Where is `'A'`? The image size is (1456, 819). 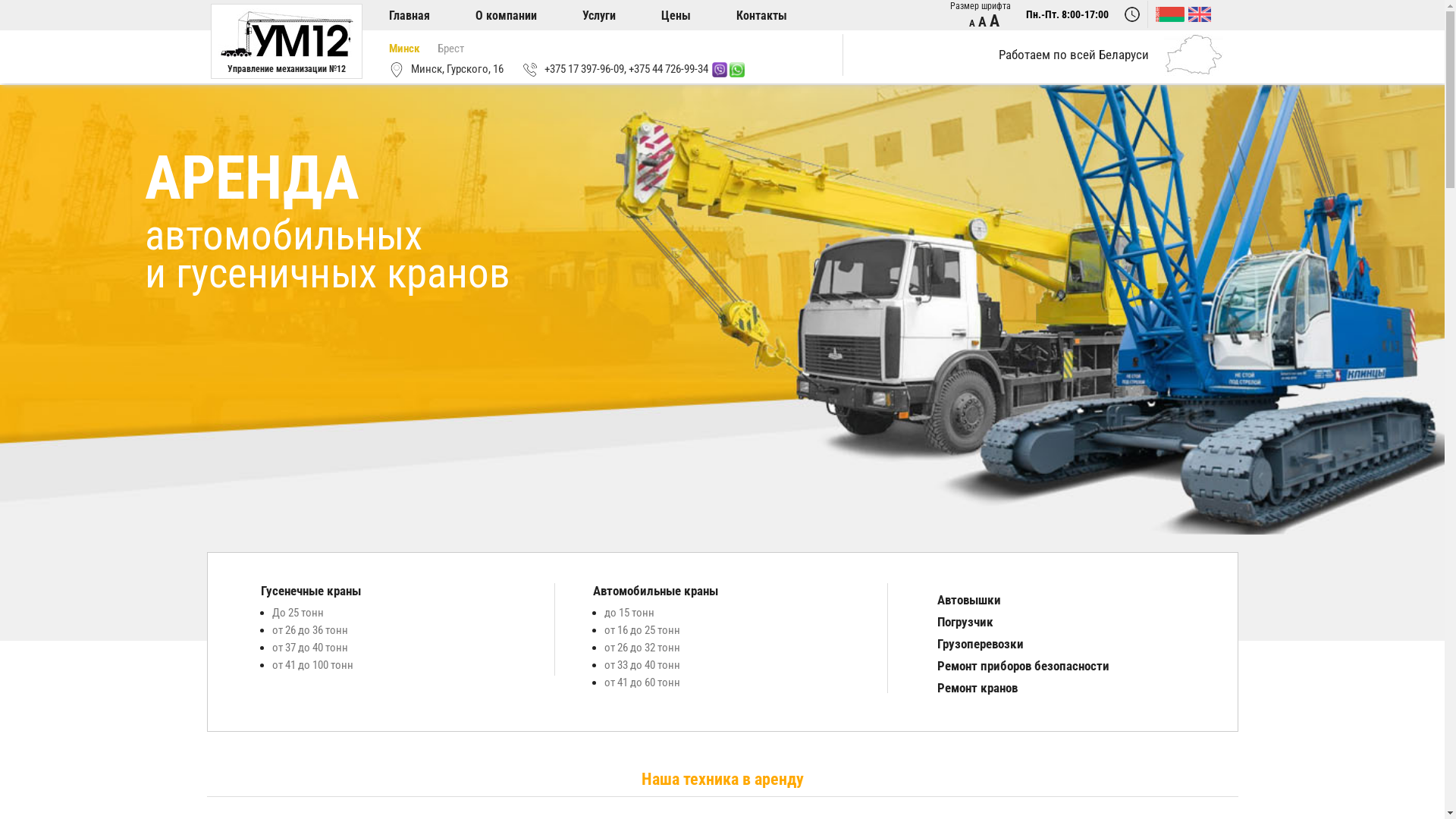
'A' is located at coordinates (993, 20).